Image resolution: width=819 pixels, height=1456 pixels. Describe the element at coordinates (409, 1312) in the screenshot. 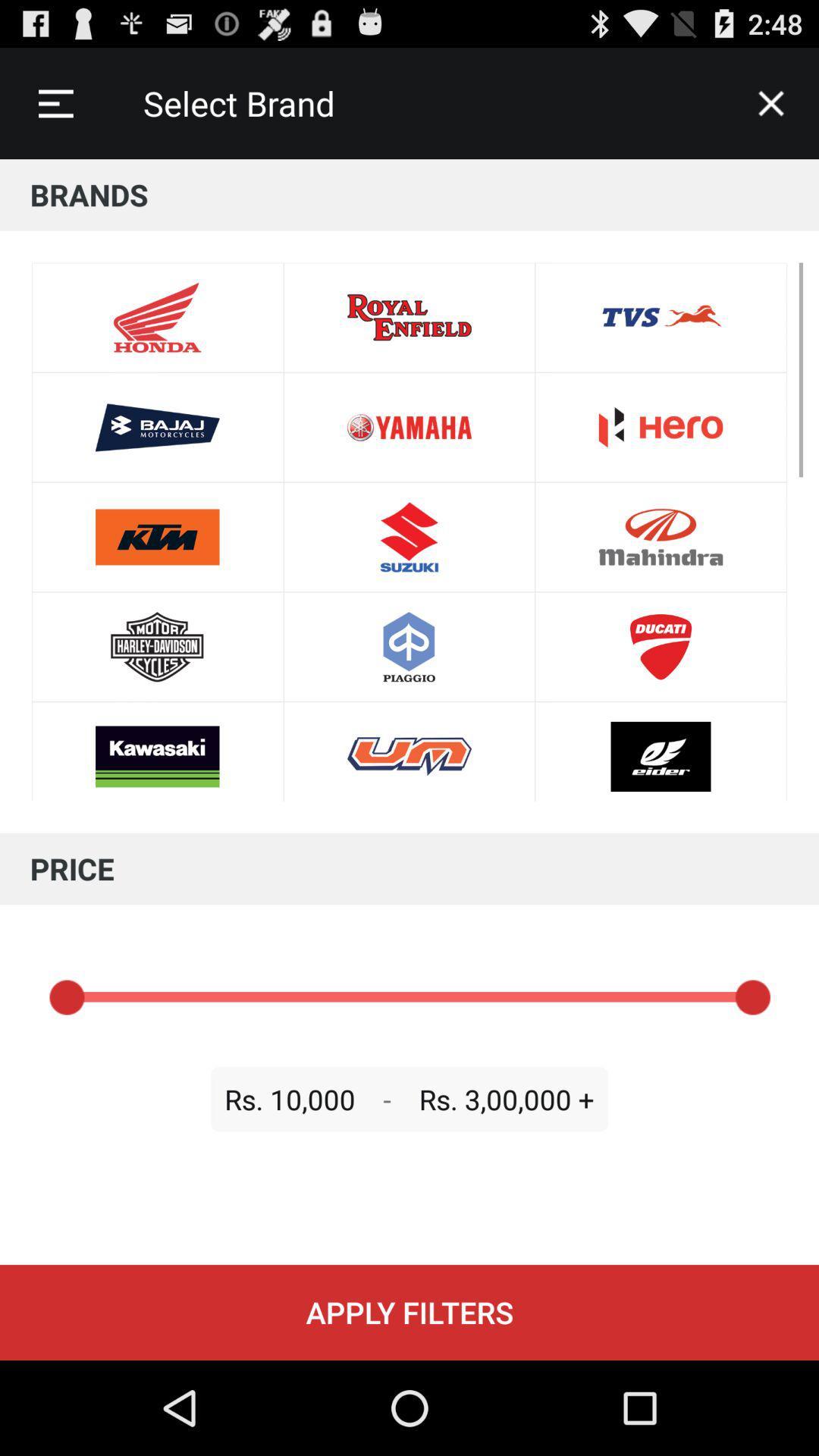

I see `the icon below rs. 10,000 item` at that location.